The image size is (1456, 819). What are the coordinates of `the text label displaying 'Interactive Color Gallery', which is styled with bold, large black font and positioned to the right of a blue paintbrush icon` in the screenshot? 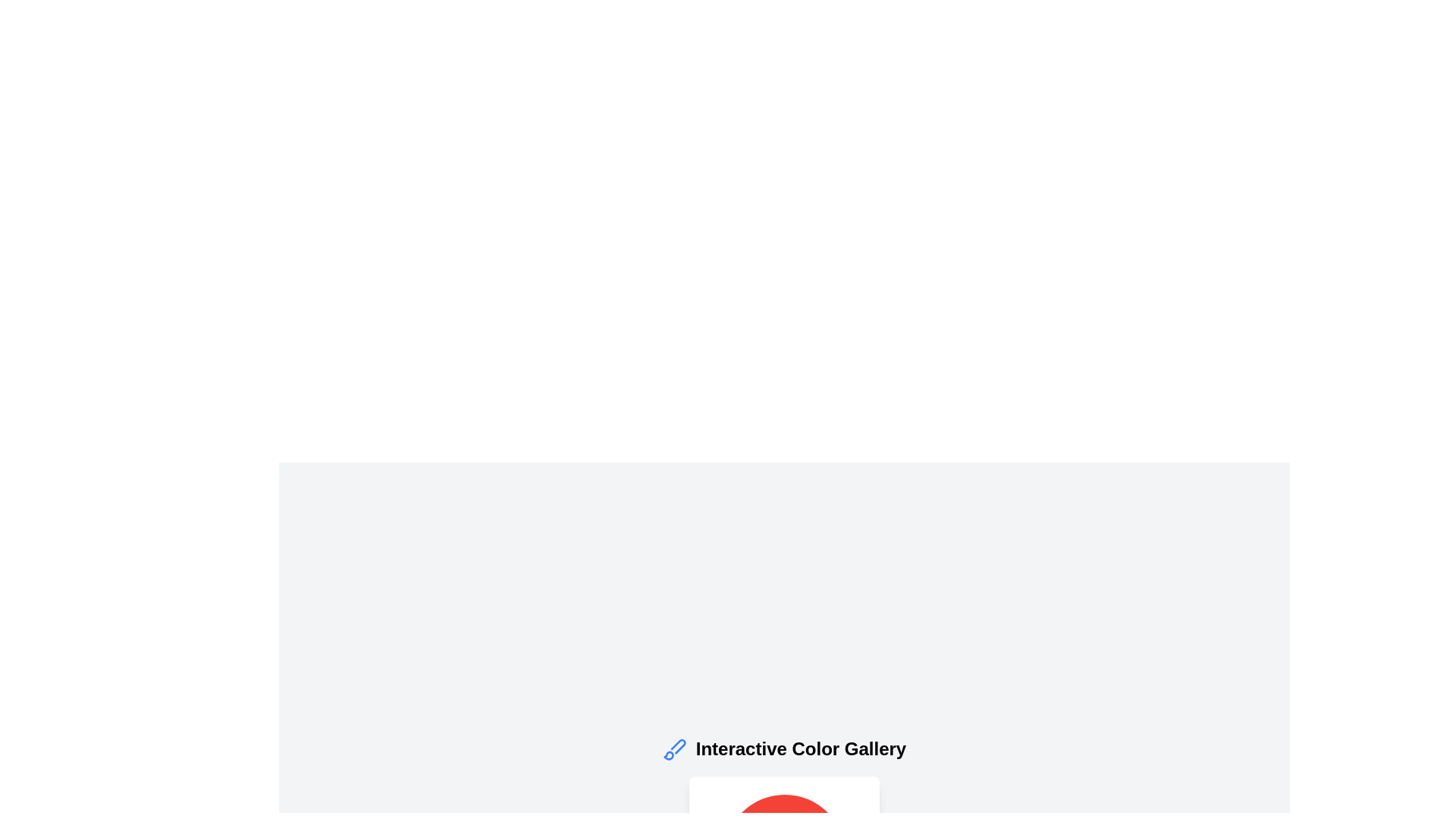 It's located at (784, 748).